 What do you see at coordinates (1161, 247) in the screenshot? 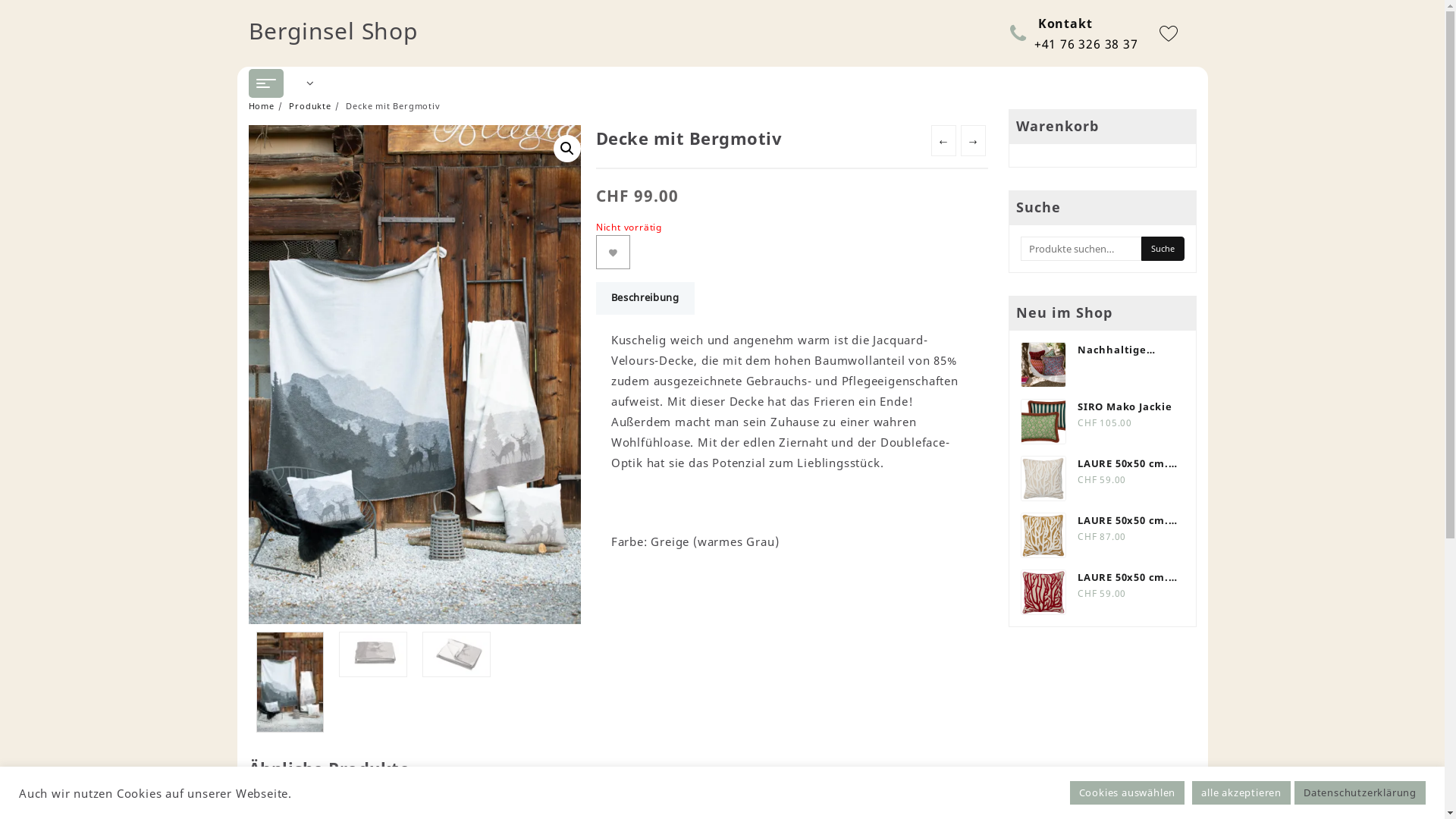
I see `'Suche'` at bounding box center [1161, 247].